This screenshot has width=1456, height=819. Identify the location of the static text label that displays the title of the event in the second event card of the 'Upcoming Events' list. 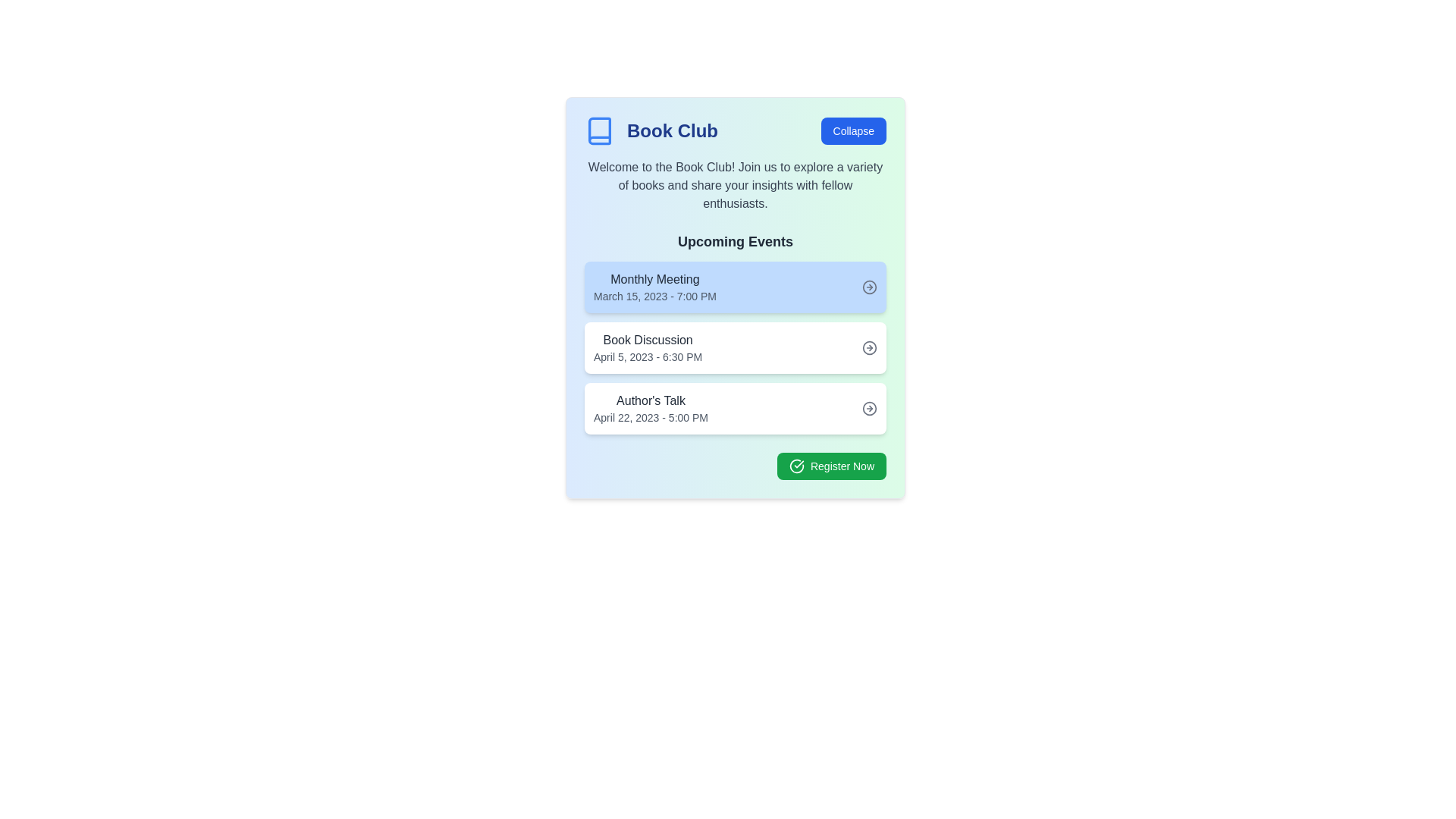
(648, 339).